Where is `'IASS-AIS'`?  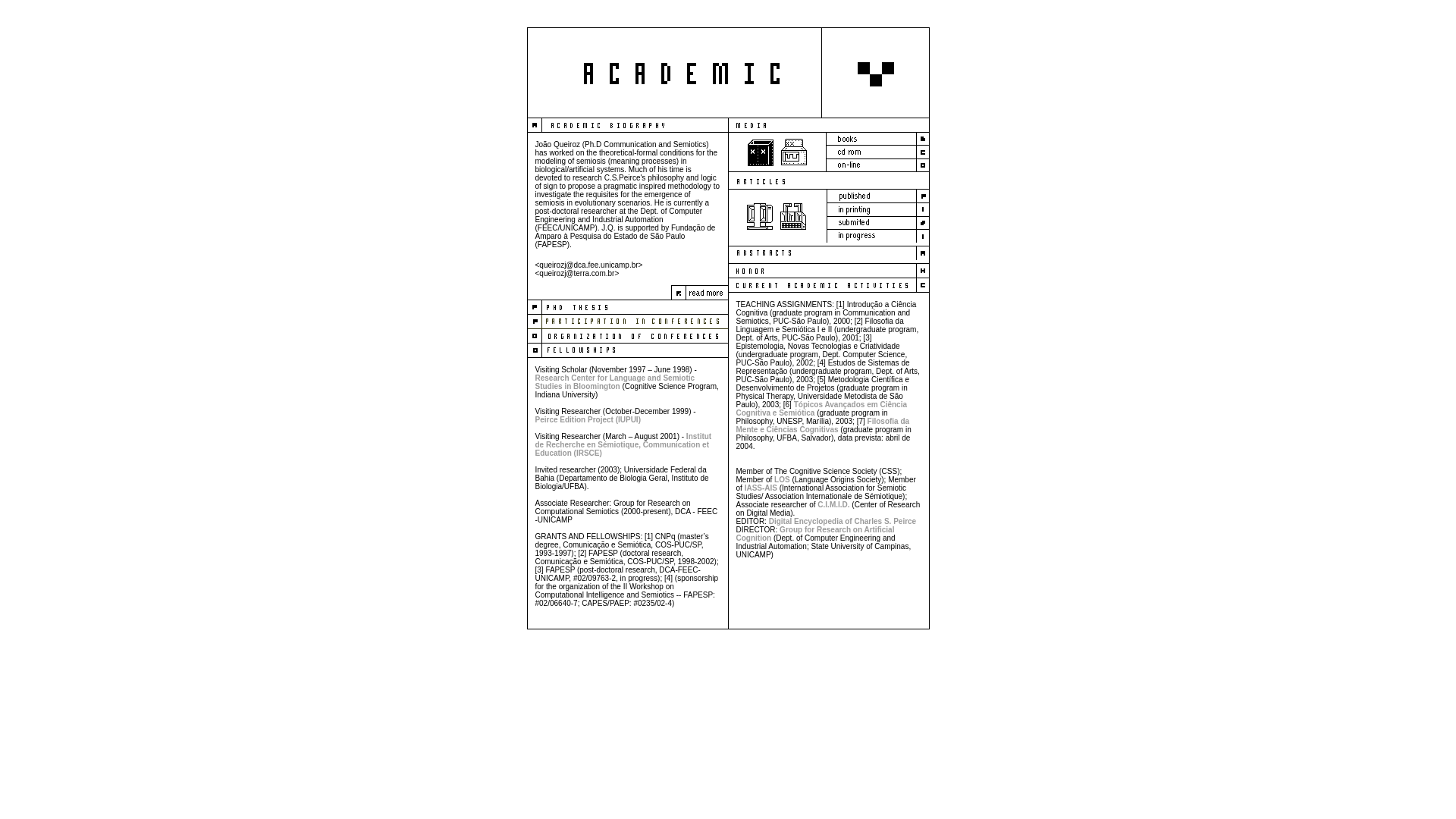 'IASS-AIS' is located at coordinates (761, 488).